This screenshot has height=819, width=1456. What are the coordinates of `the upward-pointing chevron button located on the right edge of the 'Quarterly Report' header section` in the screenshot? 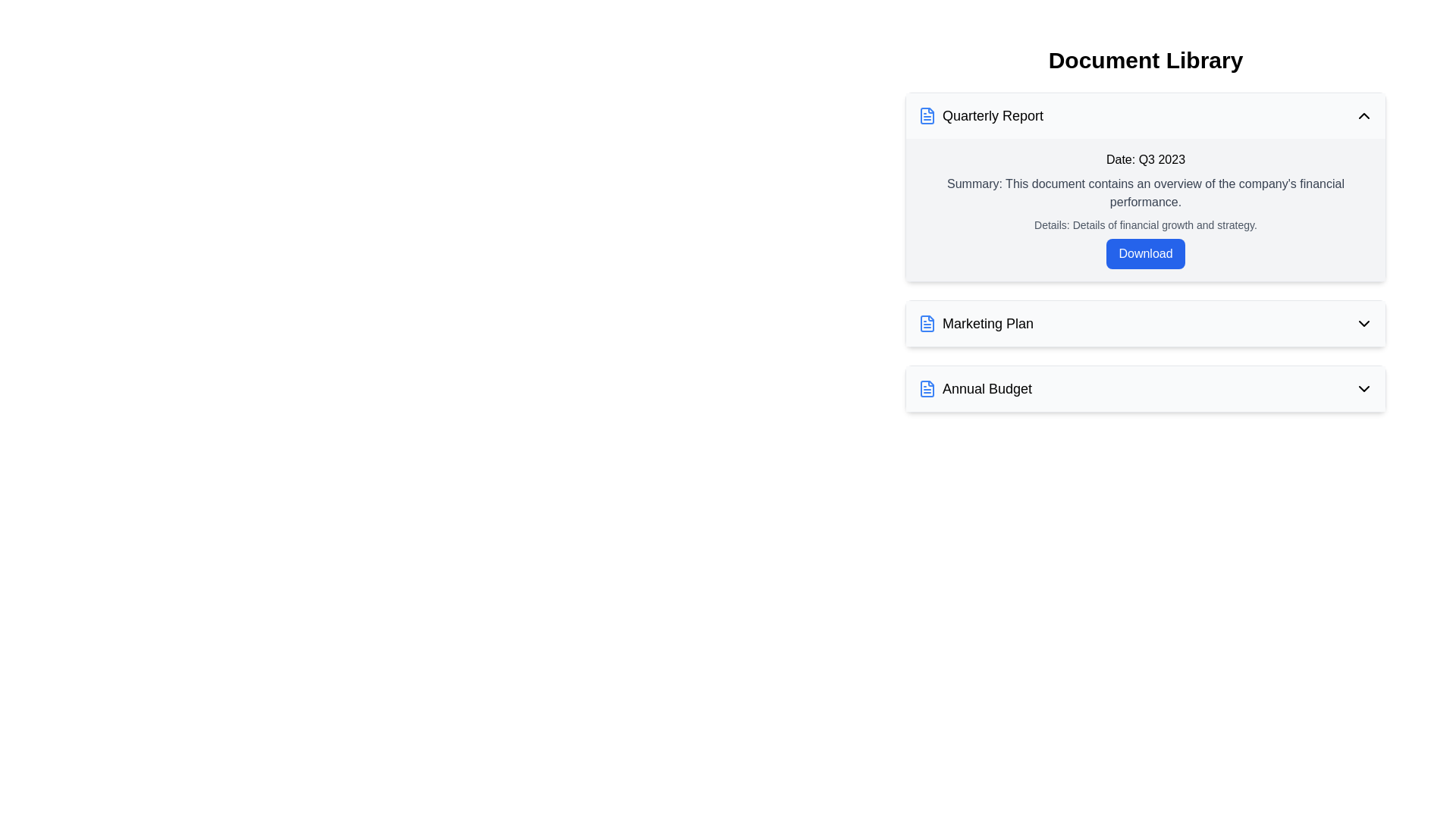 It's located at (1364, 115).